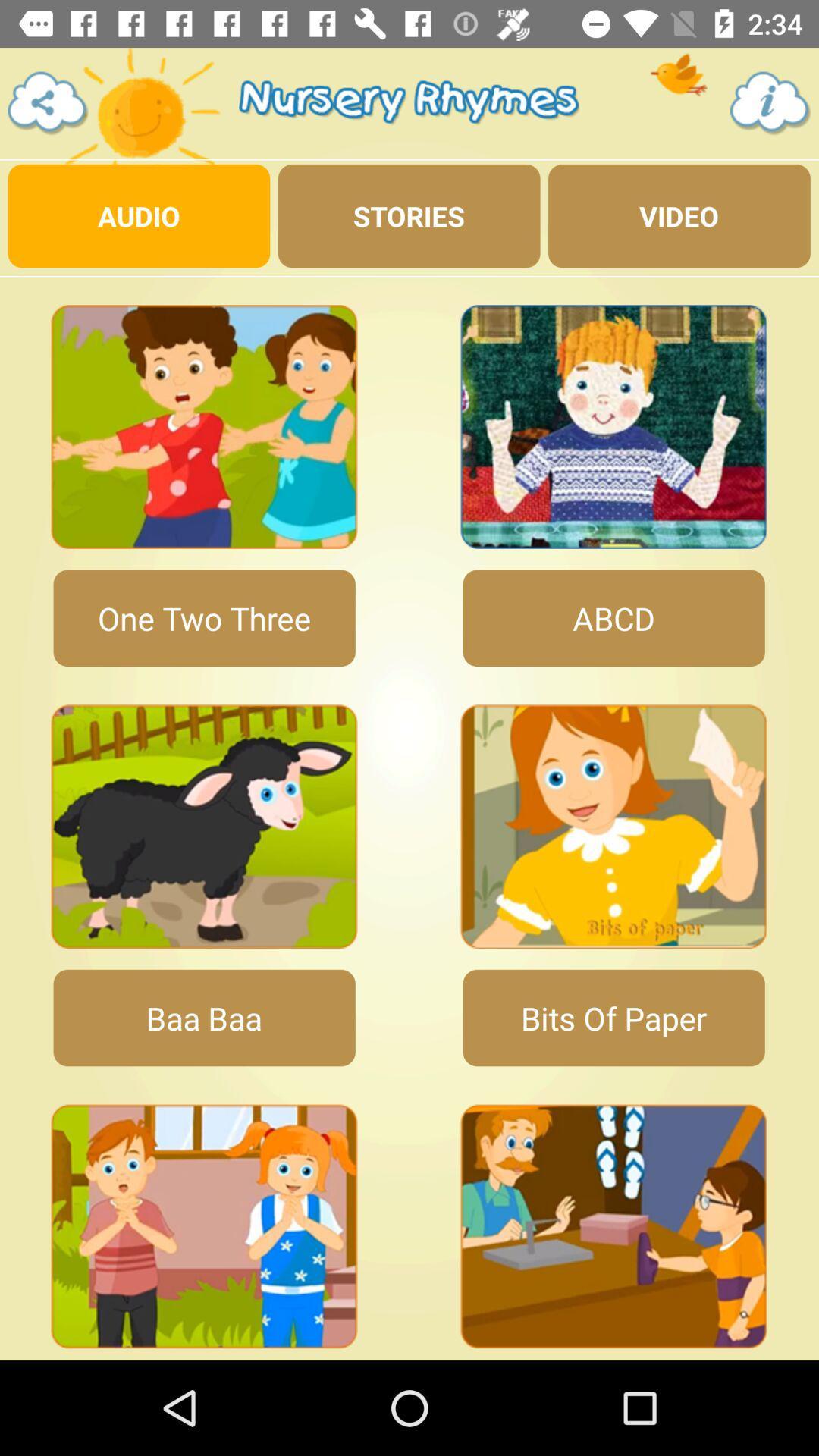  What do you see at coordinates (47, 102) in the screenshot?
I see `settings button` at bounding box center [47, 102].